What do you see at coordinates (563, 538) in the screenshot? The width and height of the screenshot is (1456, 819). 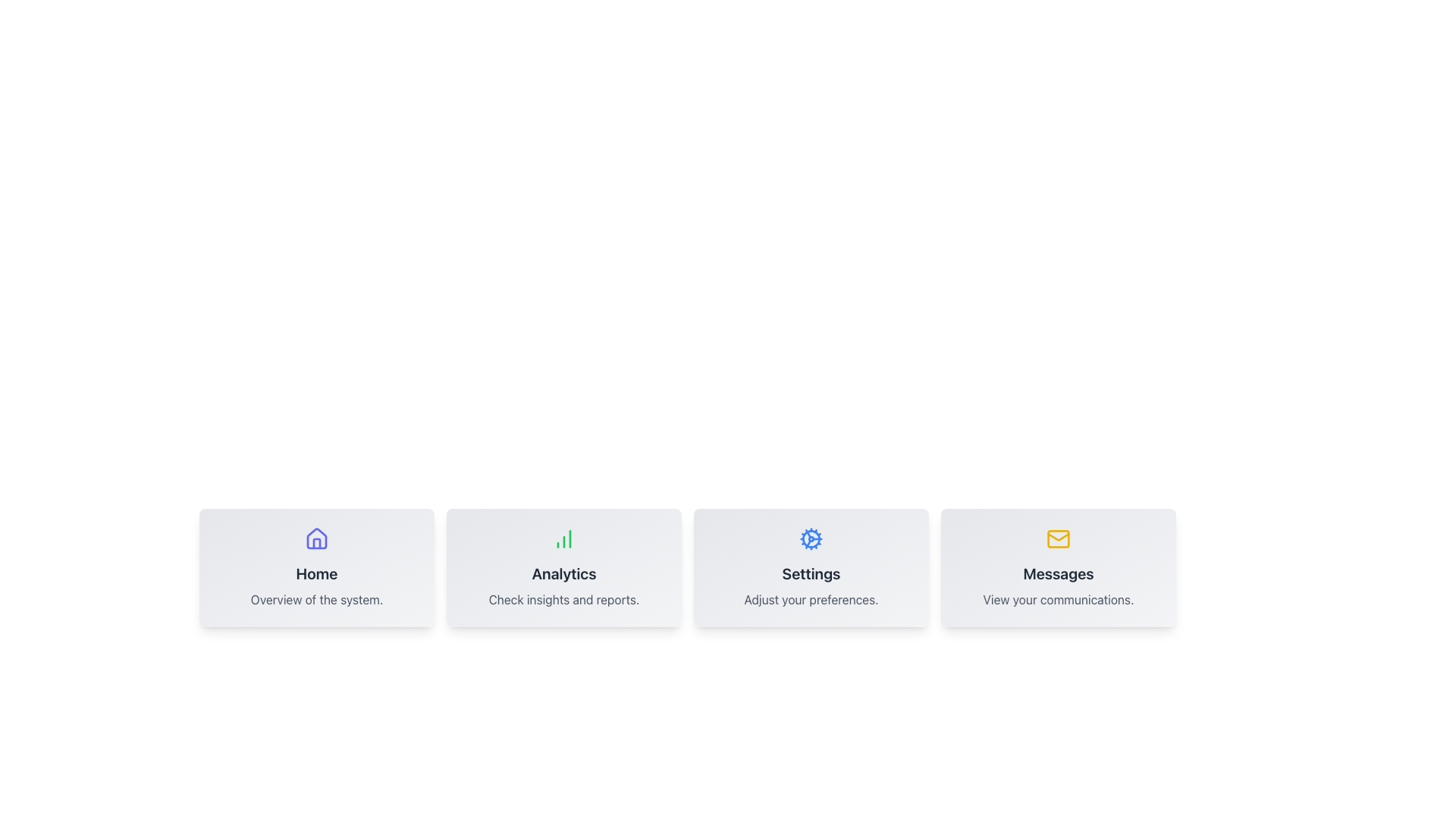 I see `the Graphical Icon representing analytics functionality located in the second card of four, above the 'Analytics' text` at bounding box center [563, 538].